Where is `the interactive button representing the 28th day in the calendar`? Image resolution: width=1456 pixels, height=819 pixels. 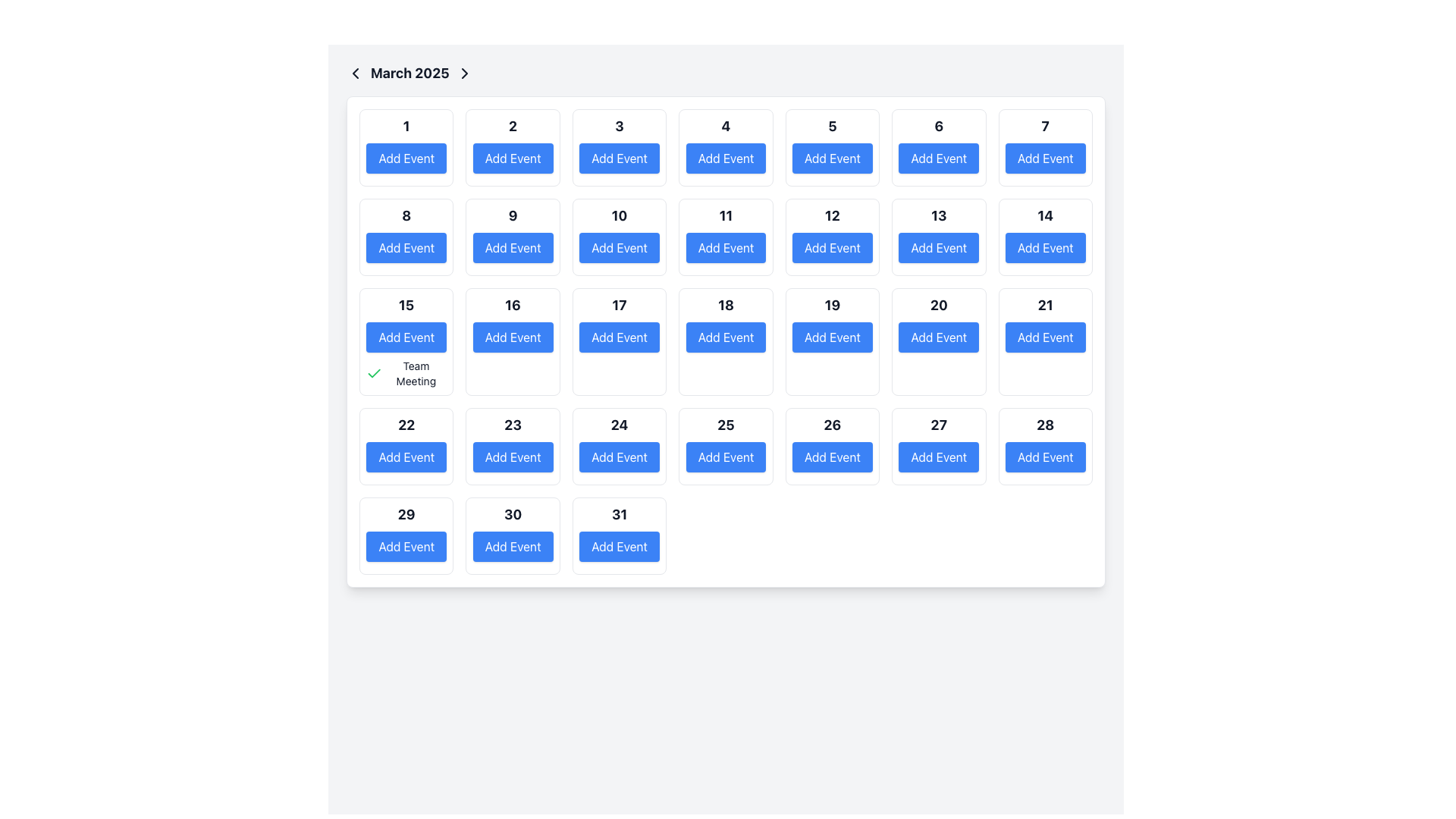
the interactive button representing the 28th day in the calendar is located at coordinates (1044, 446).